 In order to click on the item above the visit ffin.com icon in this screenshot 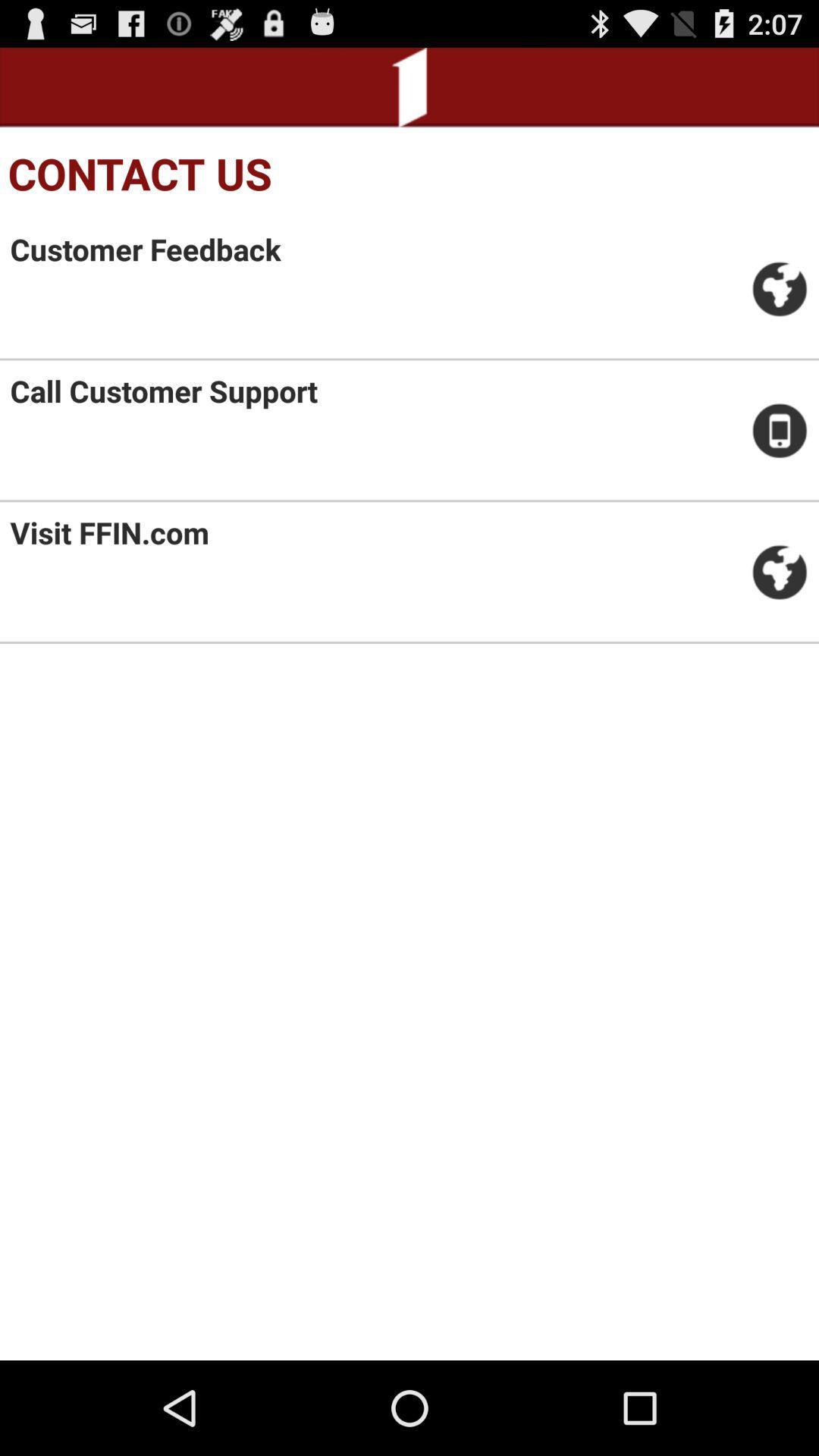, I will do `click(164, 391)`.